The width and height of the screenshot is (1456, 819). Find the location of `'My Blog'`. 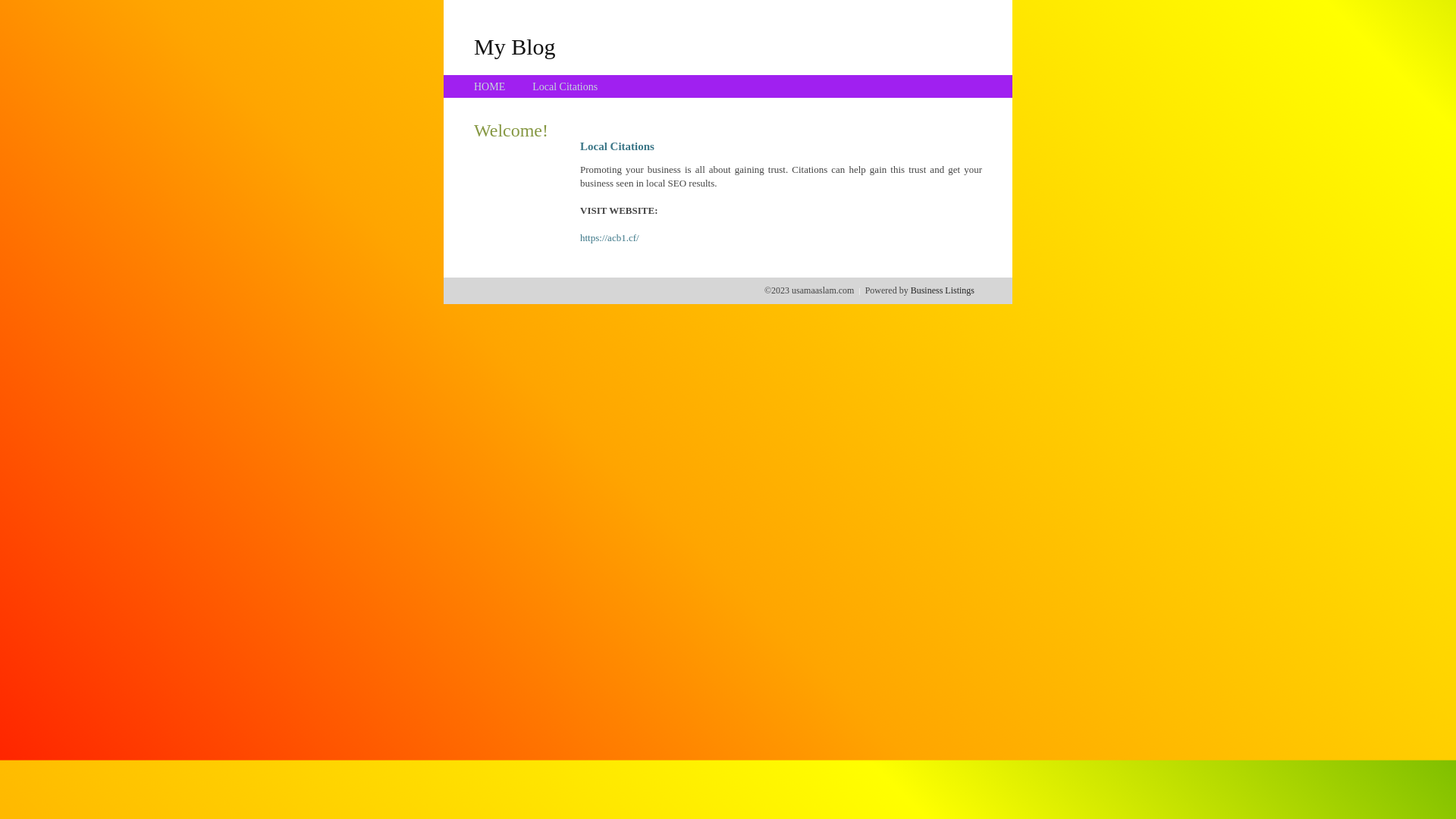

'My Blog' is located at coordinates (514, 45).